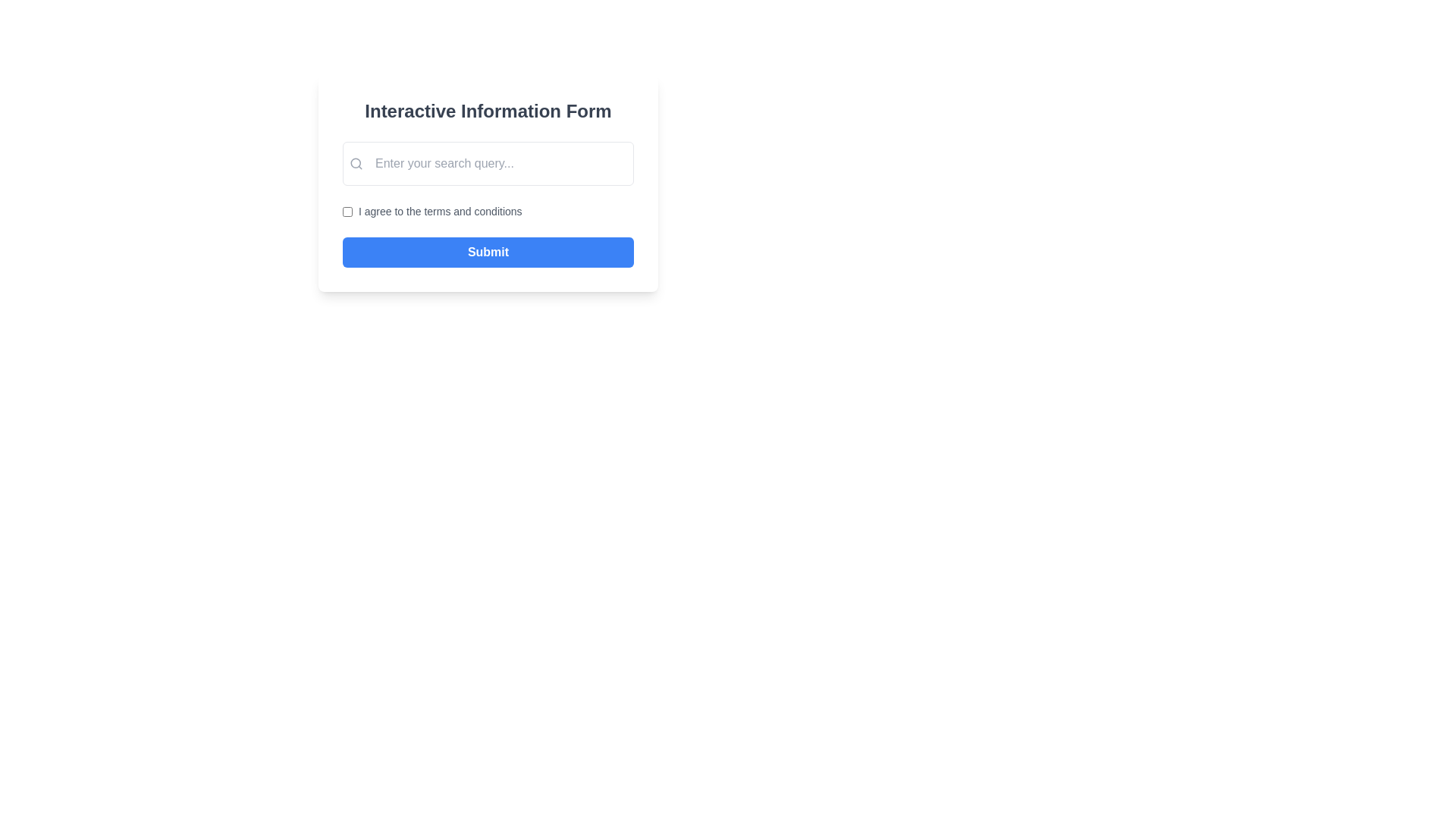 This screenshot has width=1456, height=819. Describe the element at coordinates (347, 211) in the screenshot. I see `the checkbox` at that location.